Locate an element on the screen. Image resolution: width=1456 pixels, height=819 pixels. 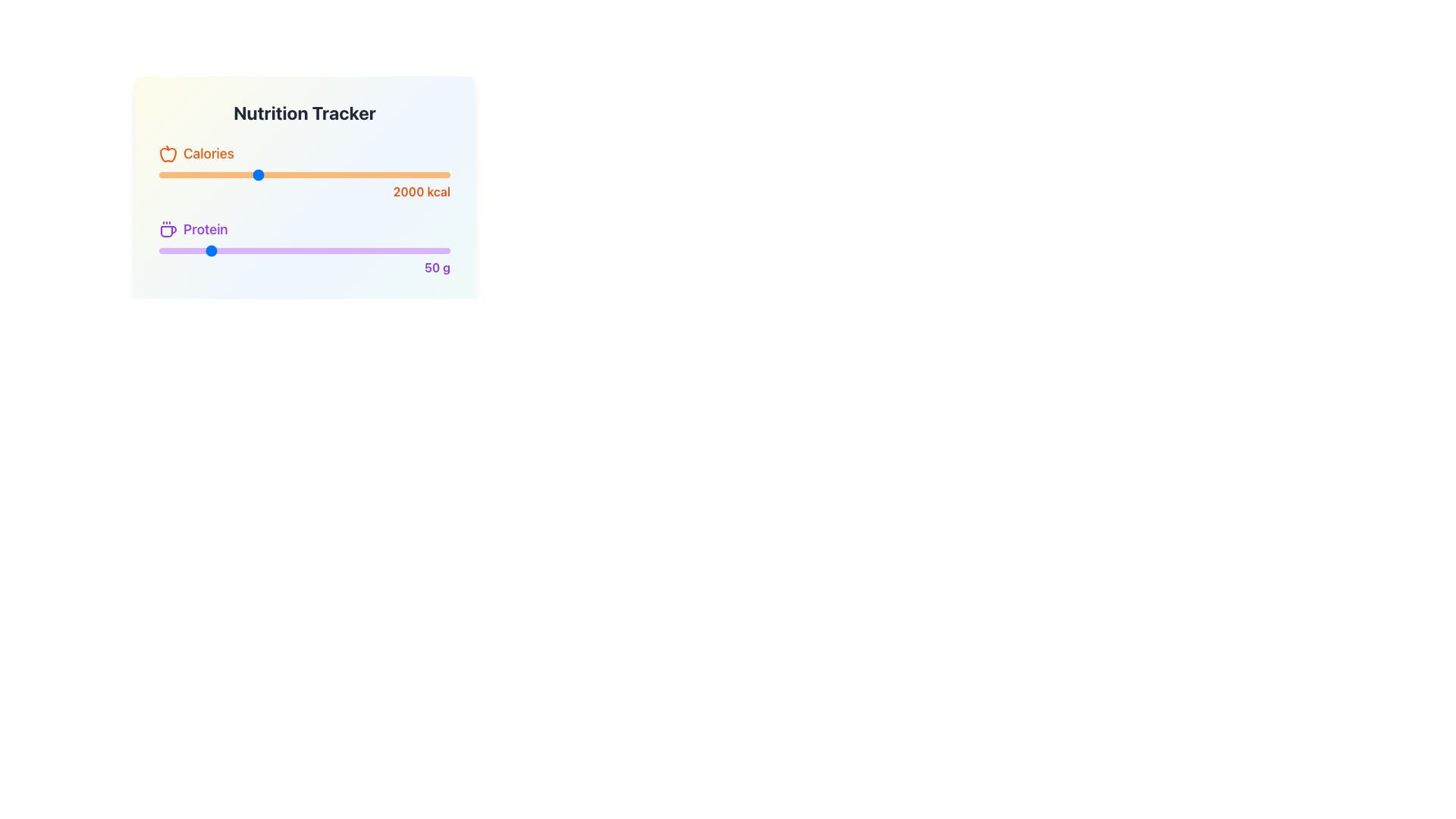
nutritional information displayed in the multi-line text section of the 'Nutrition Tracker' card, located below the title and above the 'Save Settings' button is located at coordinates (304, 247).